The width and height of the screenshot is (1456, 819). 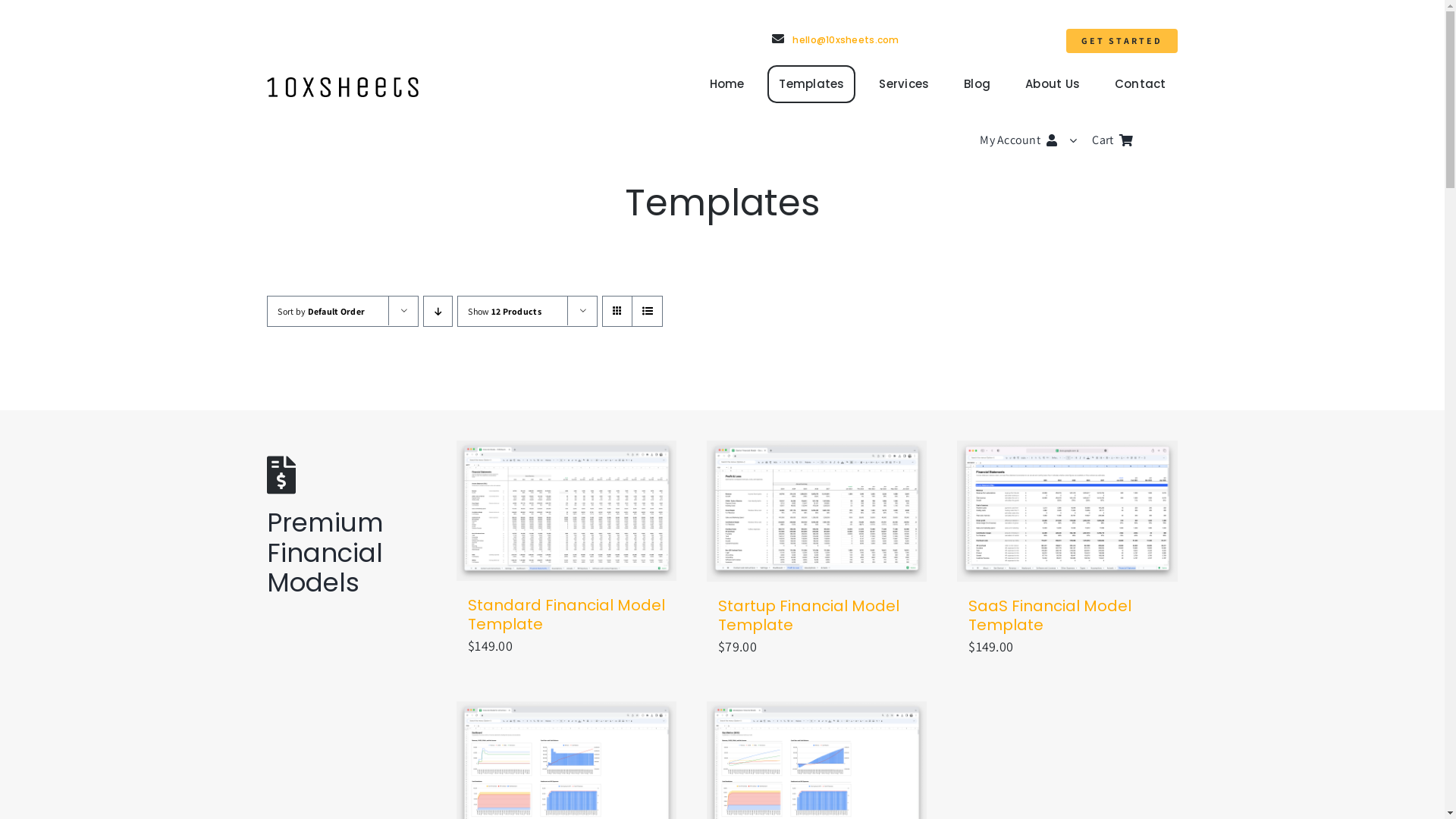 I want to click on 'My Account', so click(x=979, y=140).